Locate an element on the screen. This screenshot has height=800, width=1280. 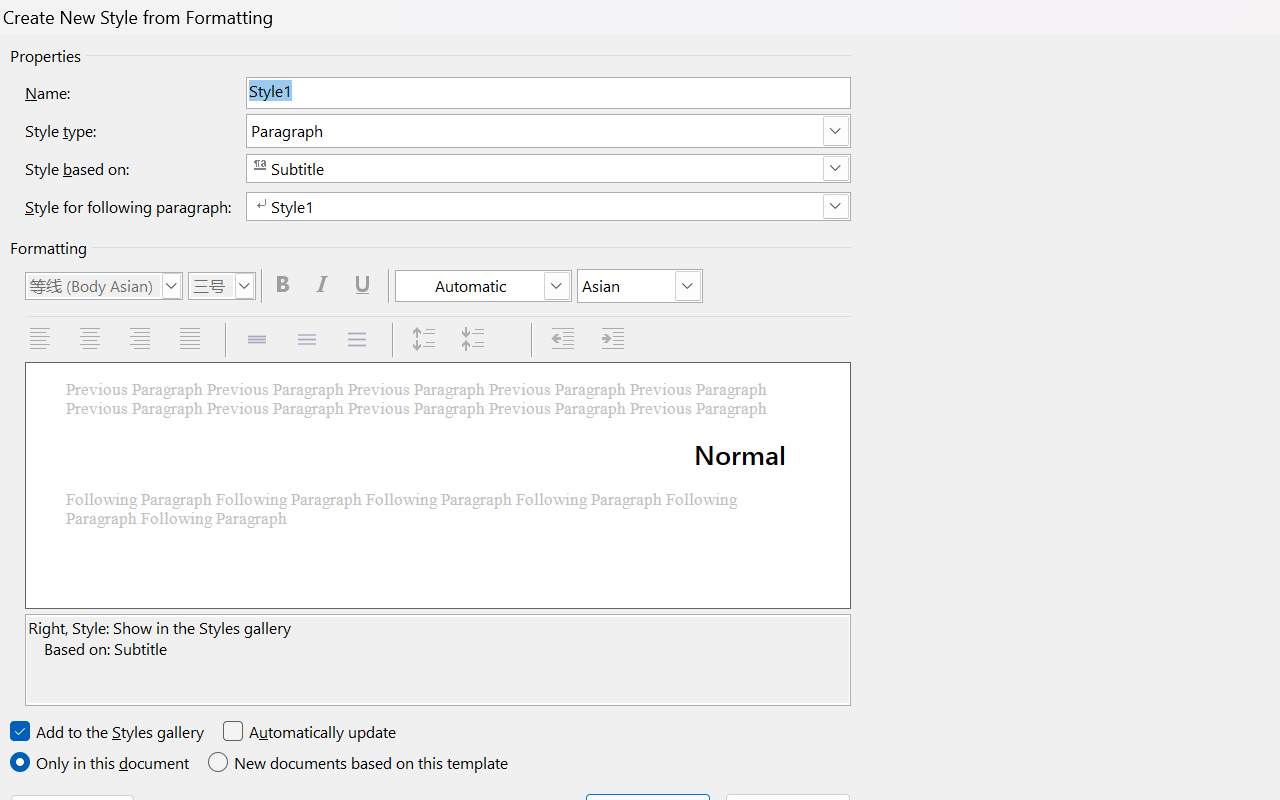
'Center' is located at coordinates (91, 339).